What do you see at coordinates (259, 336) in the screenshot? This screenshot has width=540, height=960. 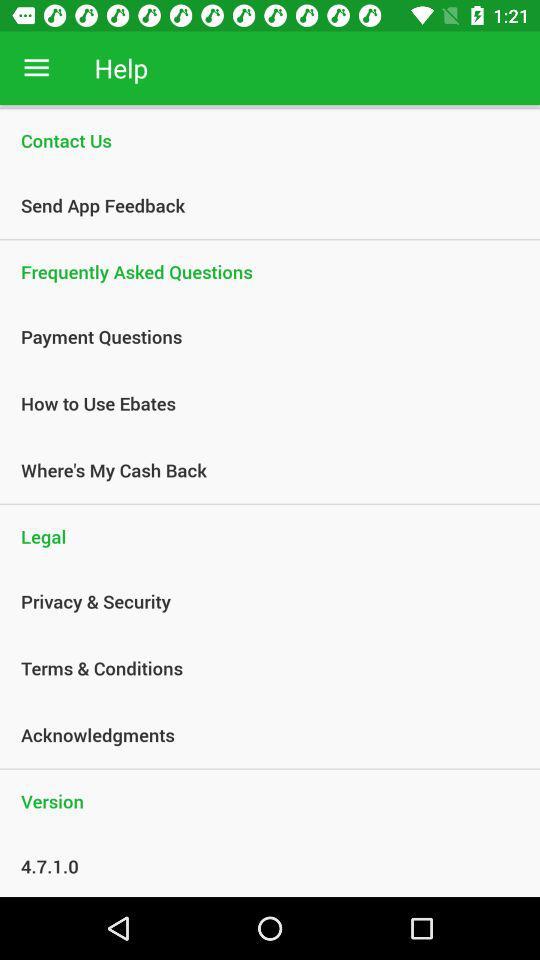 I see `payment questions` at bounding box center [259, 336].